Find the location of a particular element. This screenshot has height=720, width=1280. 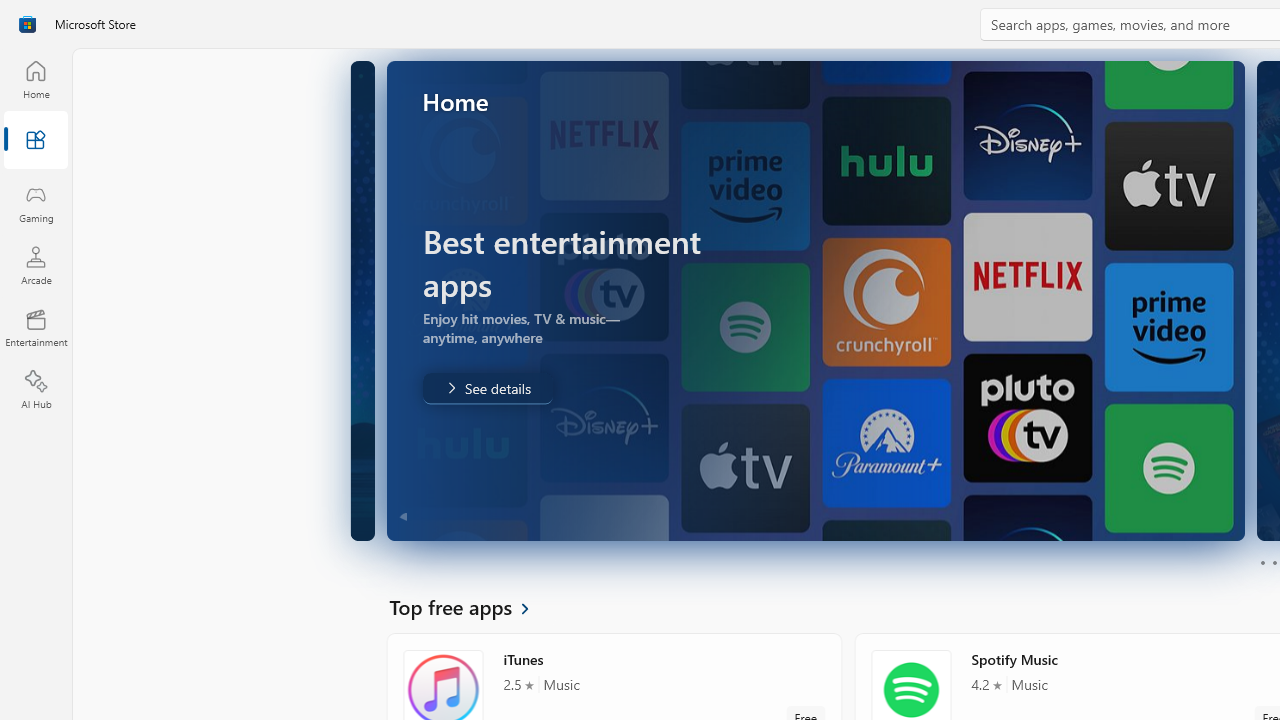

'Page 2' is located at coordinates (1273, 563).